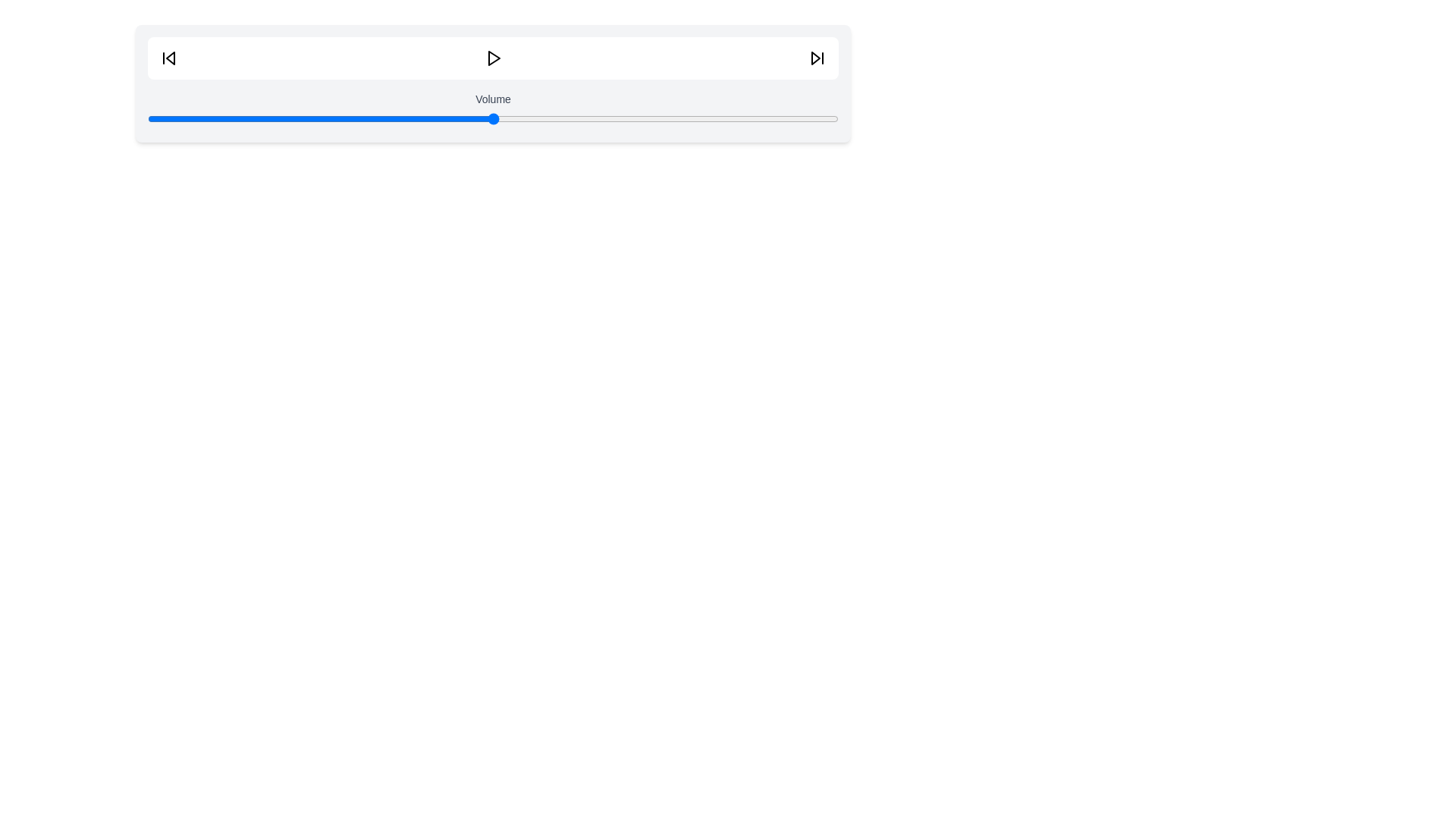  Describe the element at coordinates (588, 118) in the screenshot. I see `the volume level` at that location.